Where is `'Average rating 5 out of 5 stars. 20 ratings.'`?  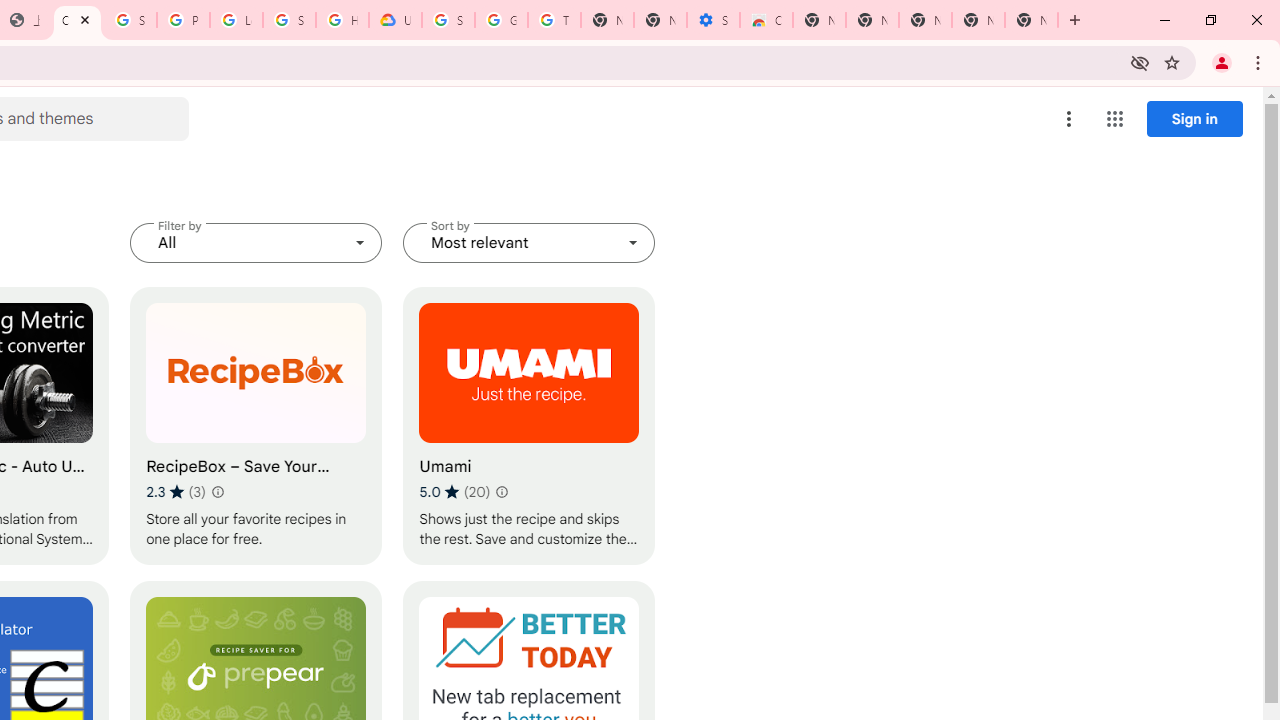 'Average rating 5 out of 5 stars. 20 ratings.' is located at coordinates (454, 491).